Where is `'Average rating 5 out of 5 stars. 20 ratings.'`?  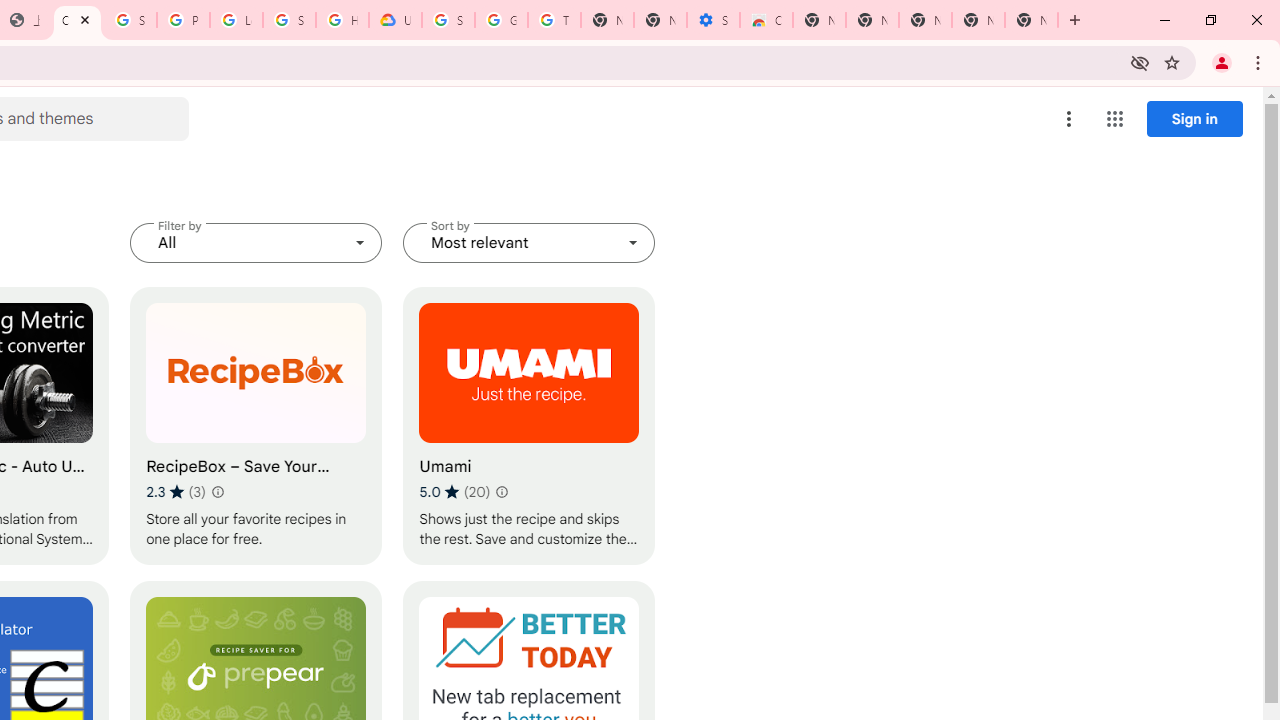 'Average rating 5 out of 5 stars. 20 ratings.' is located at coordinates (454, 491).